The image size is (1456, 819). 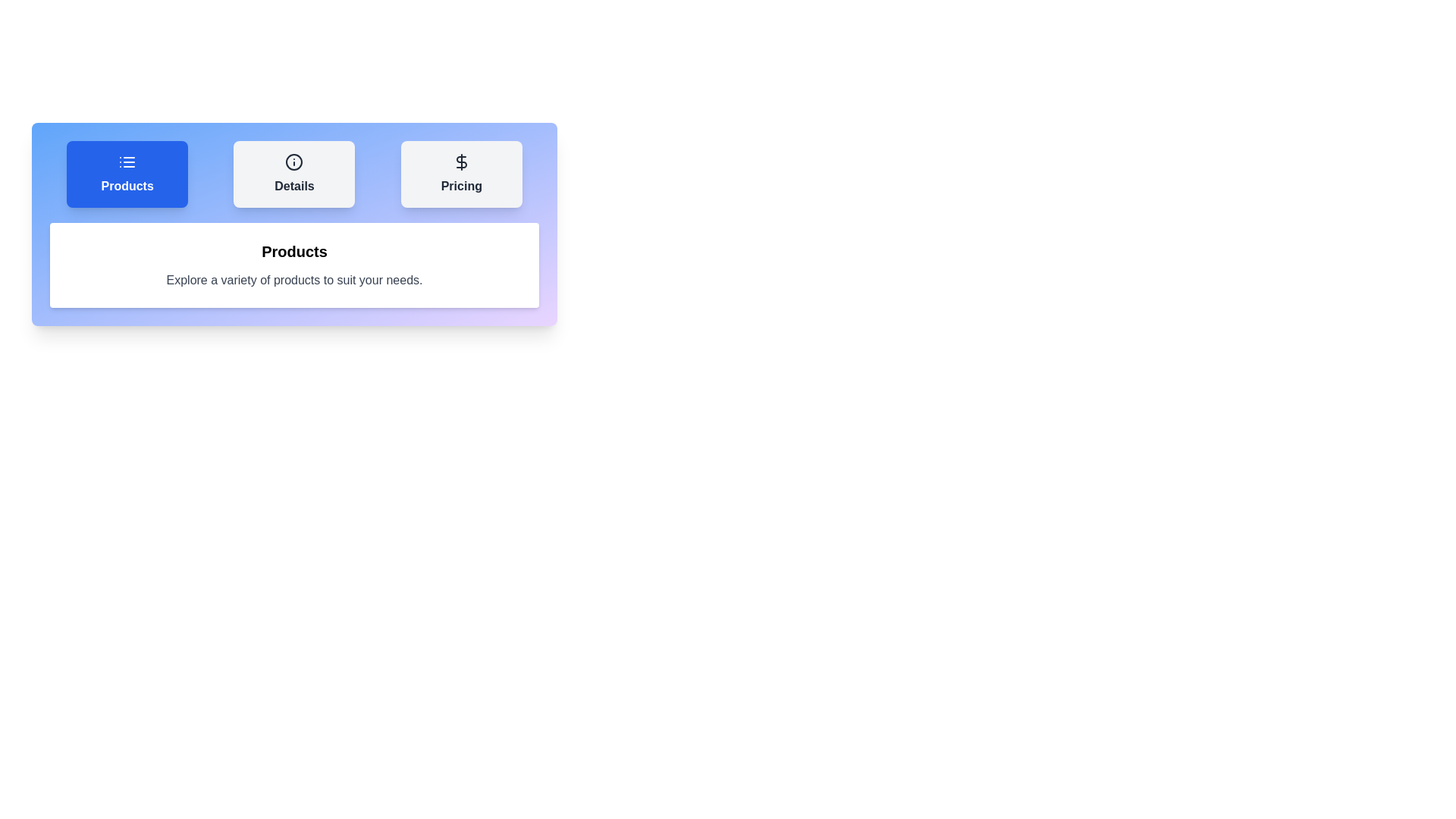 I want to click on the tab labeled Products, so click(x=127, y=174).